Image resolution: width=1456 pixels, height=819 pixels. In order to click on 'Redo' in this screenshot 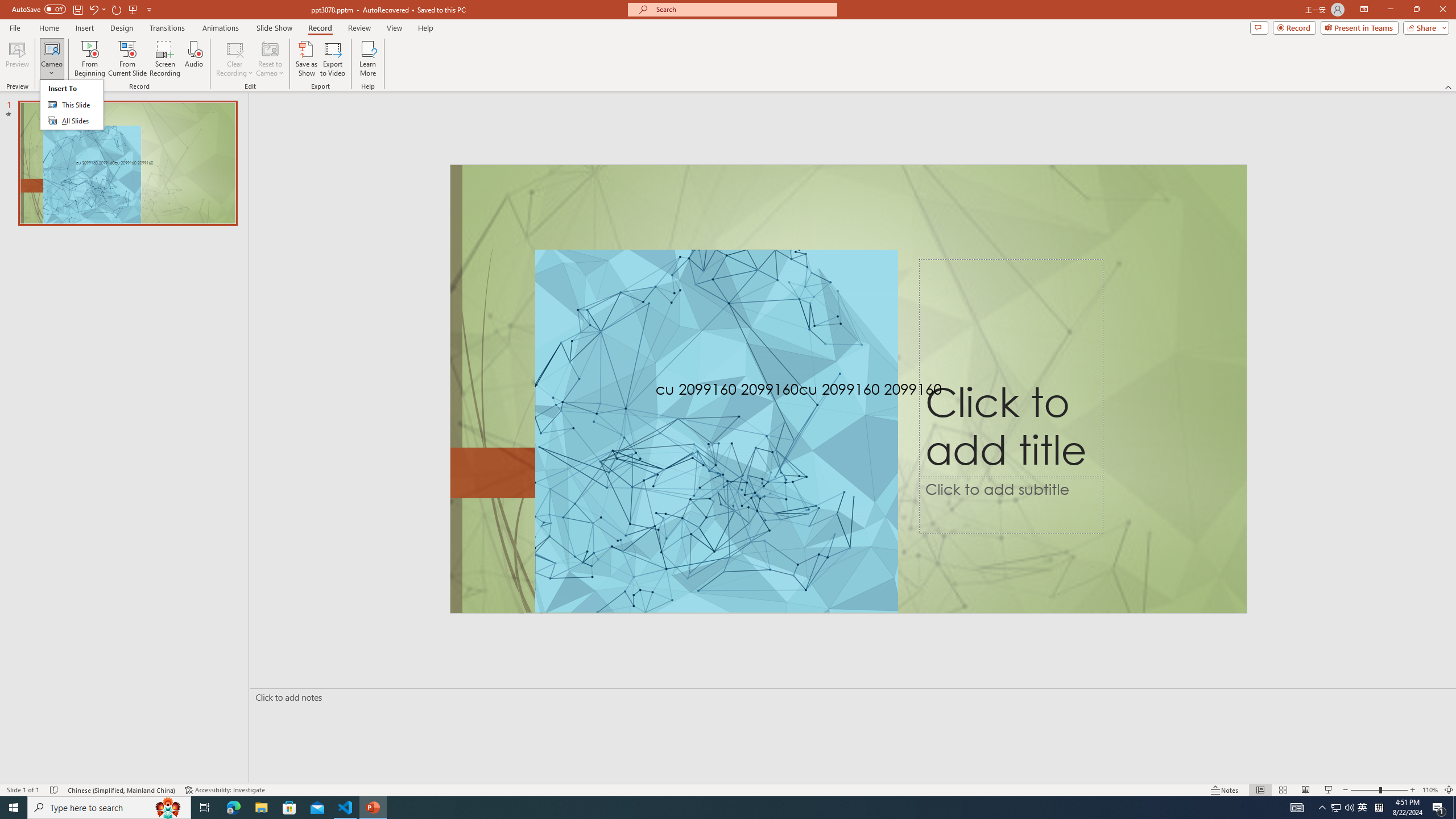, I will do `click(117, 9)`.